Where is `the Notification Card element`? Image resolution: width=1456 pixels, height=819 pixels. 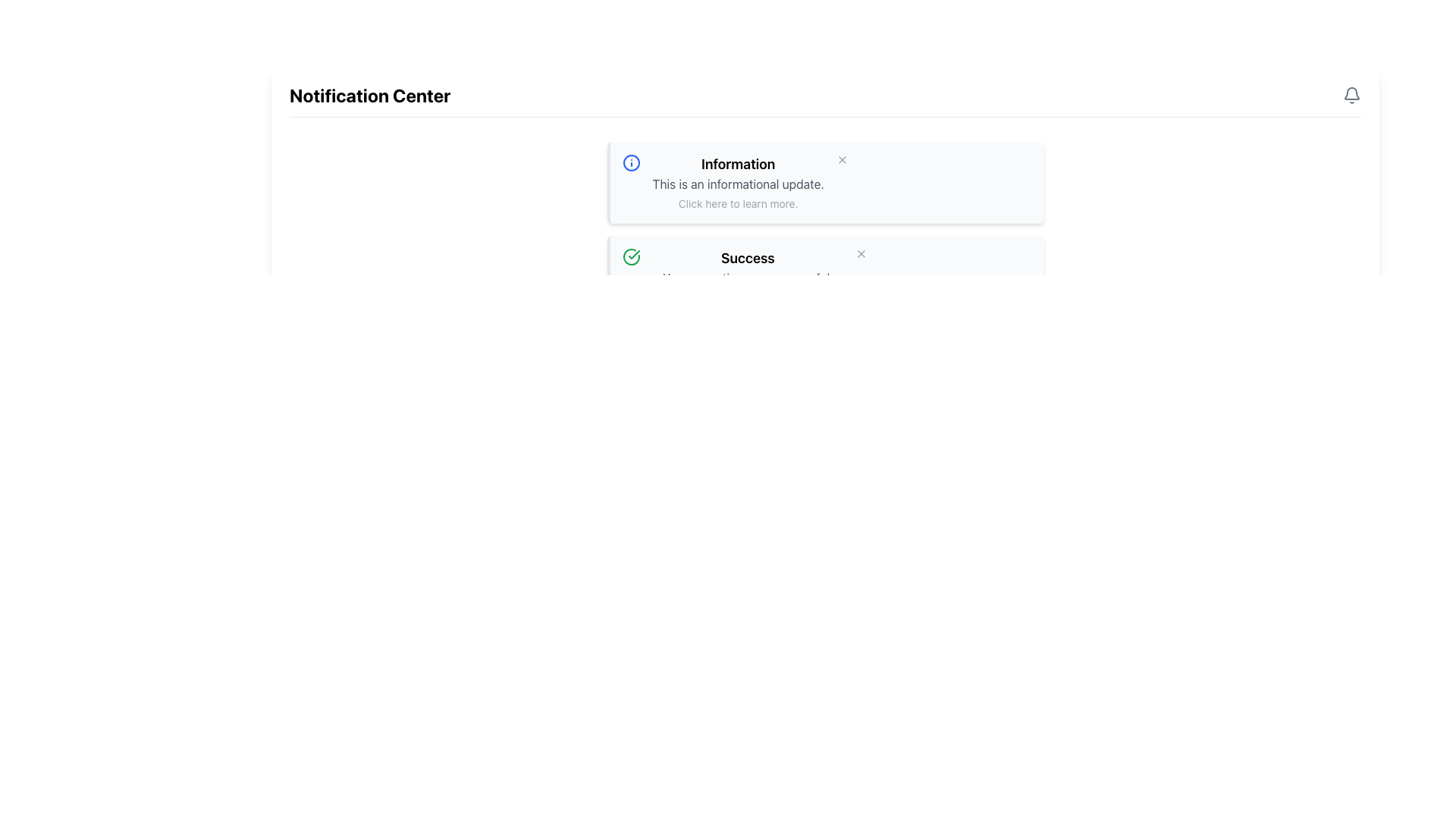 the Notification Card element is located at coordinates (824, 181).